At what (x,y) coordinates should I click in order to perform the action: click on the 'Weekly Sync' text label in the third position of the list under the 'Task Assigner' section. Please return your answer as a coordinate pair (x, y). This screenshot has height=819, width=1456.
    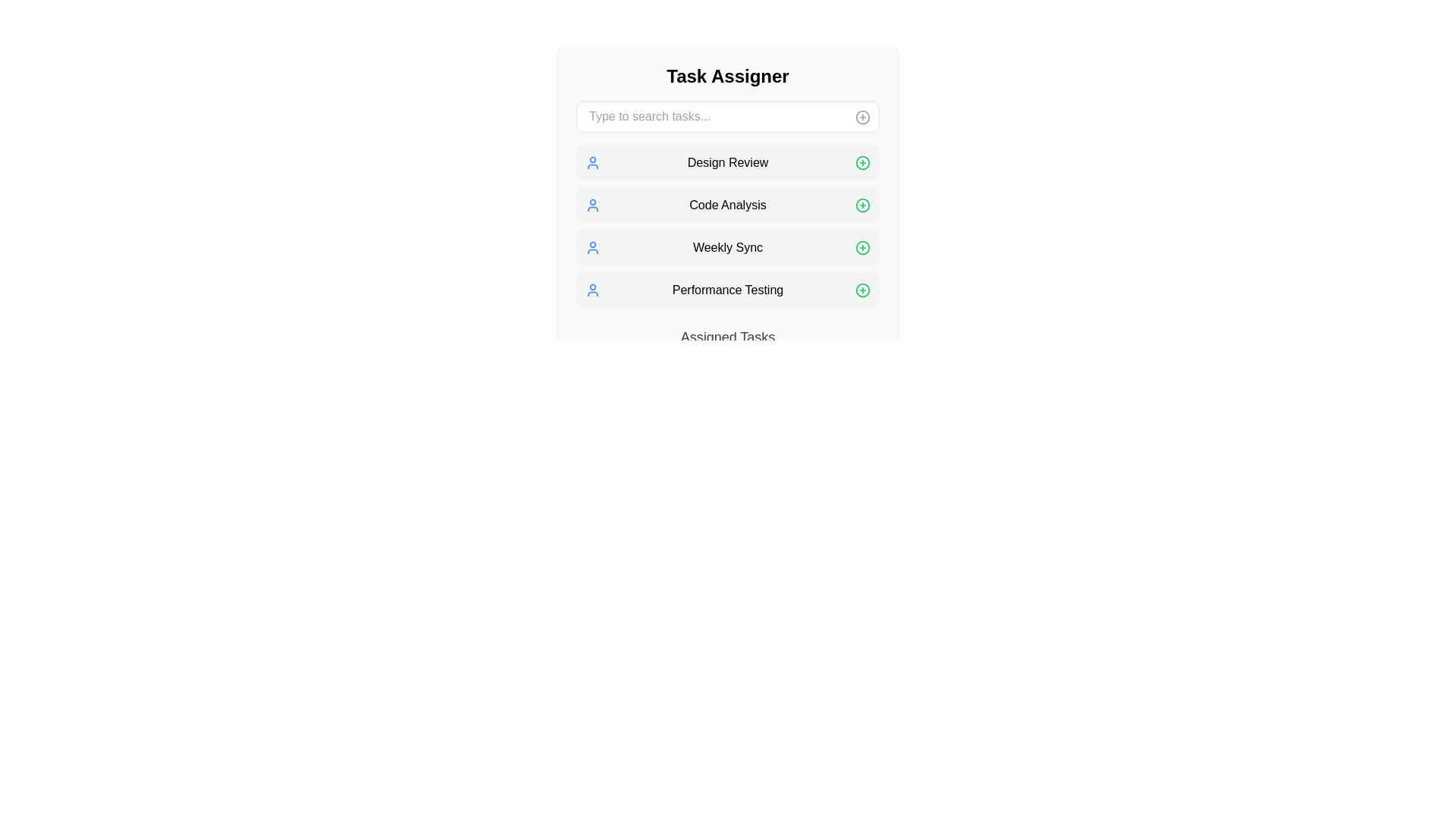
    Looking at the image, I should click on (728, 247).